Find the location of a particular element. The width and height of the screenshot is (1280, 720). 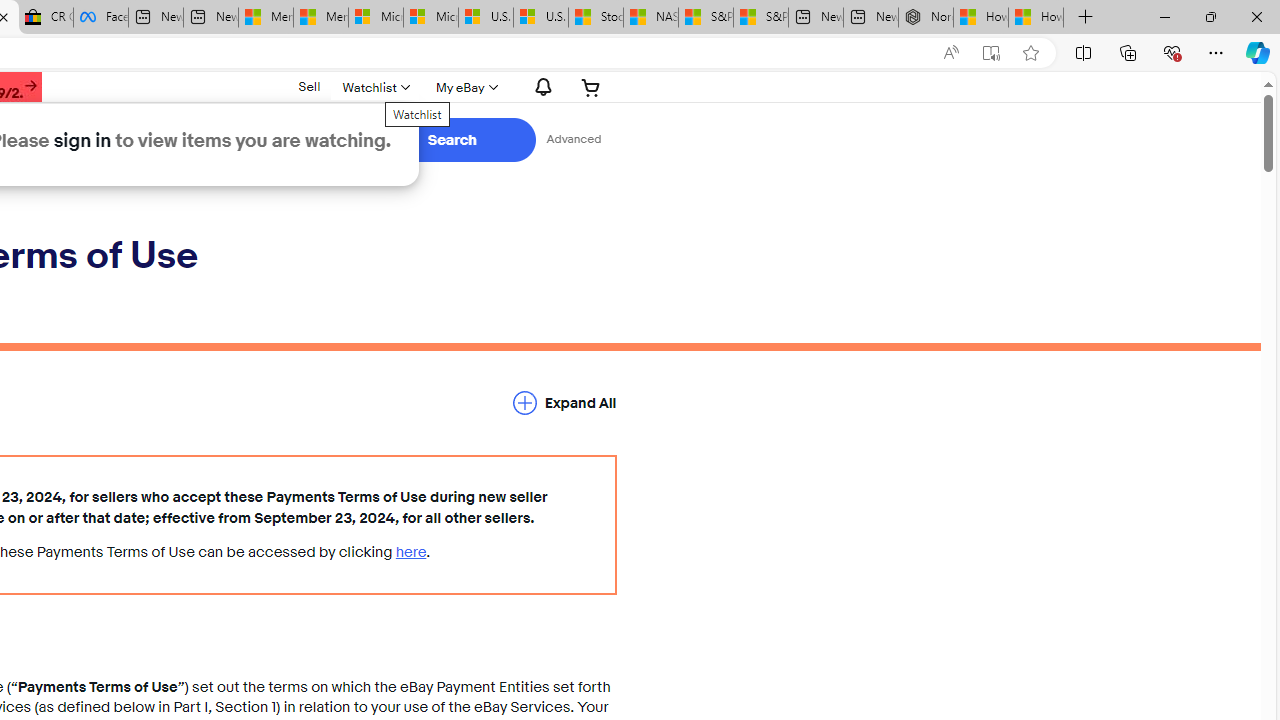

'How to Use a Monitor With Your Closed Laptop' is located at coordinates (1036, 17).